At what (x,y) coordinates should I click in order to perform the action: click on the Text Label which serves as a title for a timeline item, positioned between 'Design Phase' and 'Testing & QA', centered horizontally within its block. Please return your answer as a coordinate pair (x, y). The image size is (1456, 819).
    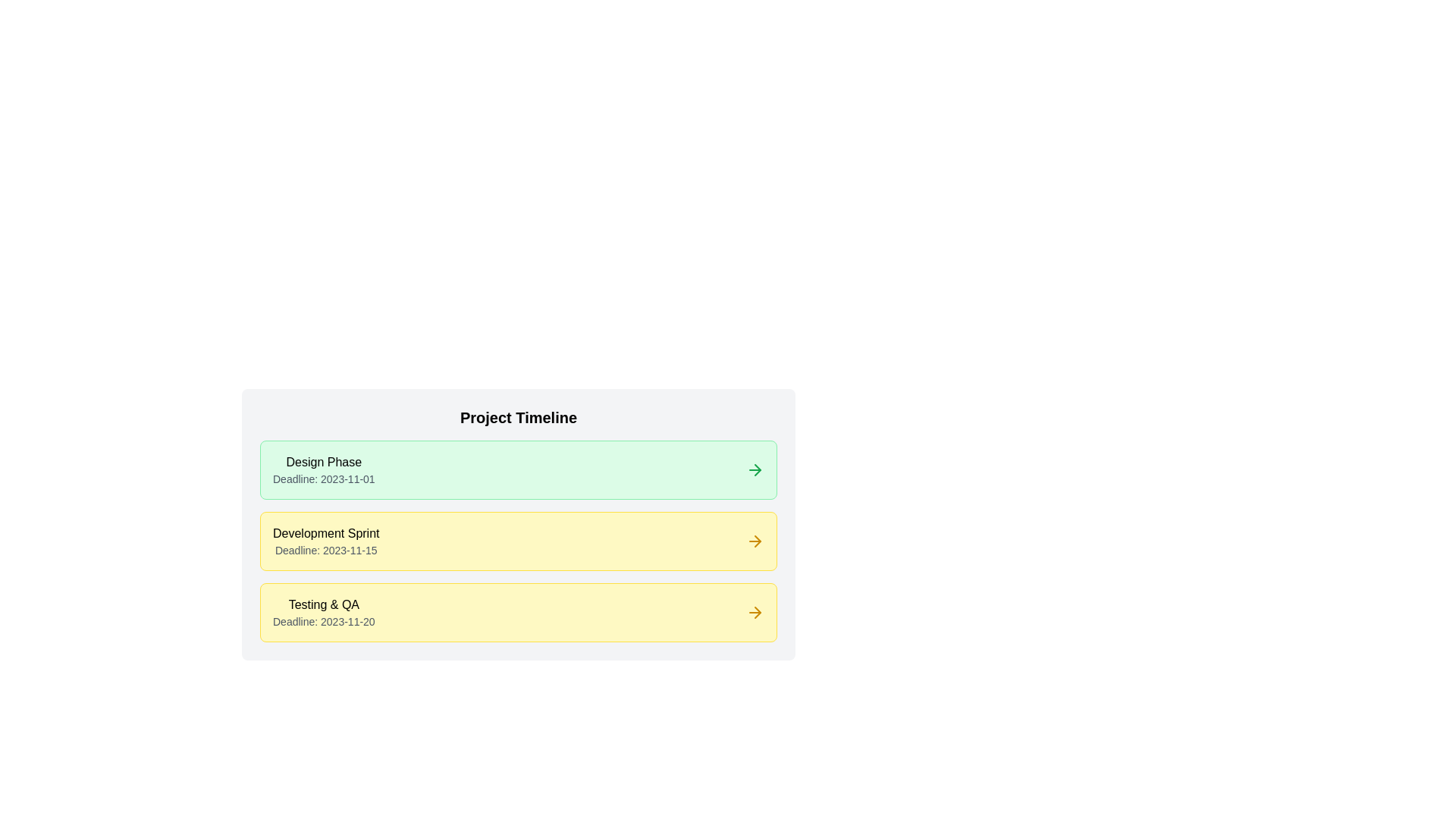
    Looking at the image, I should click on (325, 533).